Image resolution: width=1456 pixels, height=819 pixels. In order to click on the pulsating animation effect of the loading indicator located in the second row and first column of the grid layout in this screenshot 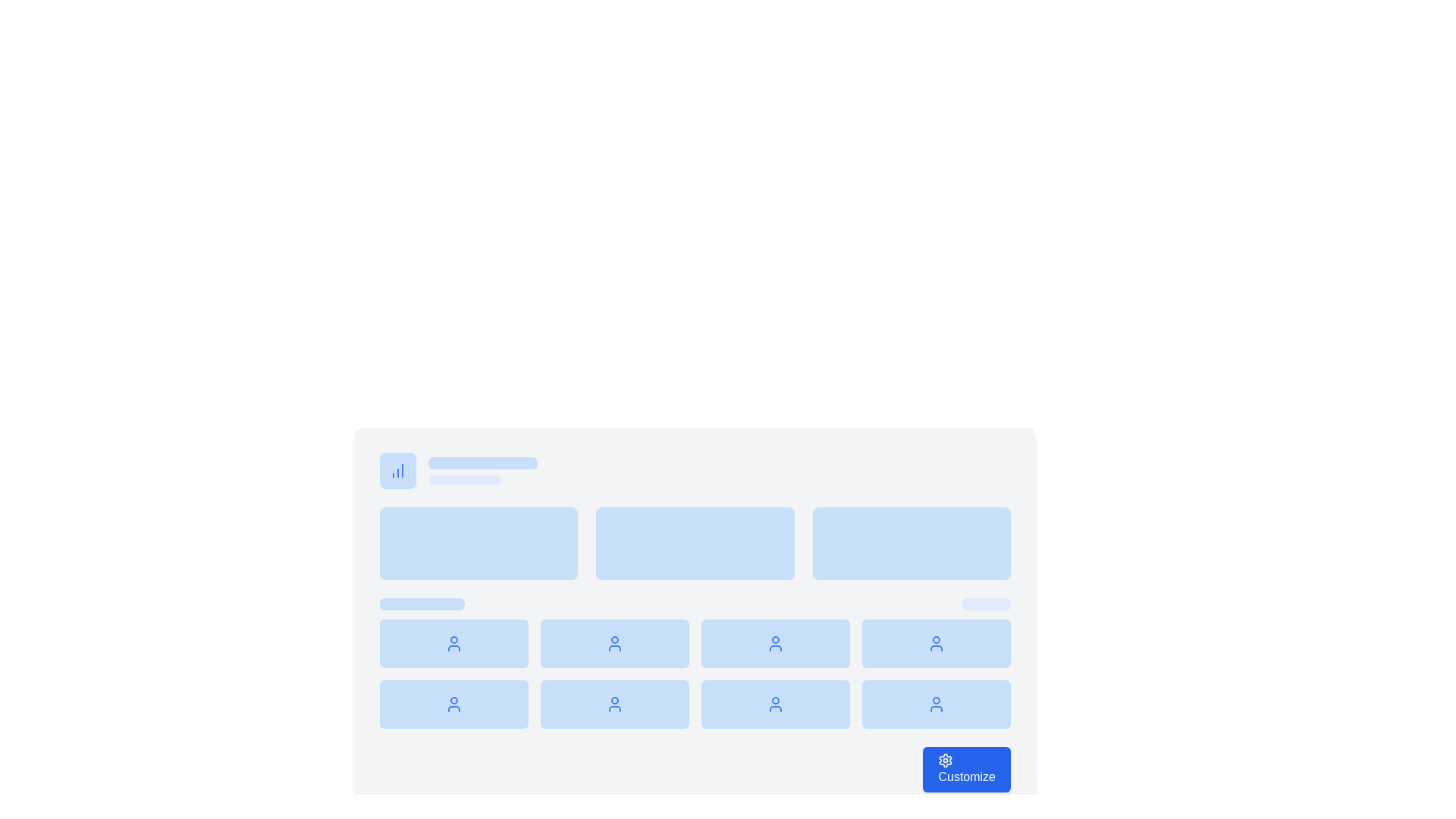, I will do `click(453, 704)`.